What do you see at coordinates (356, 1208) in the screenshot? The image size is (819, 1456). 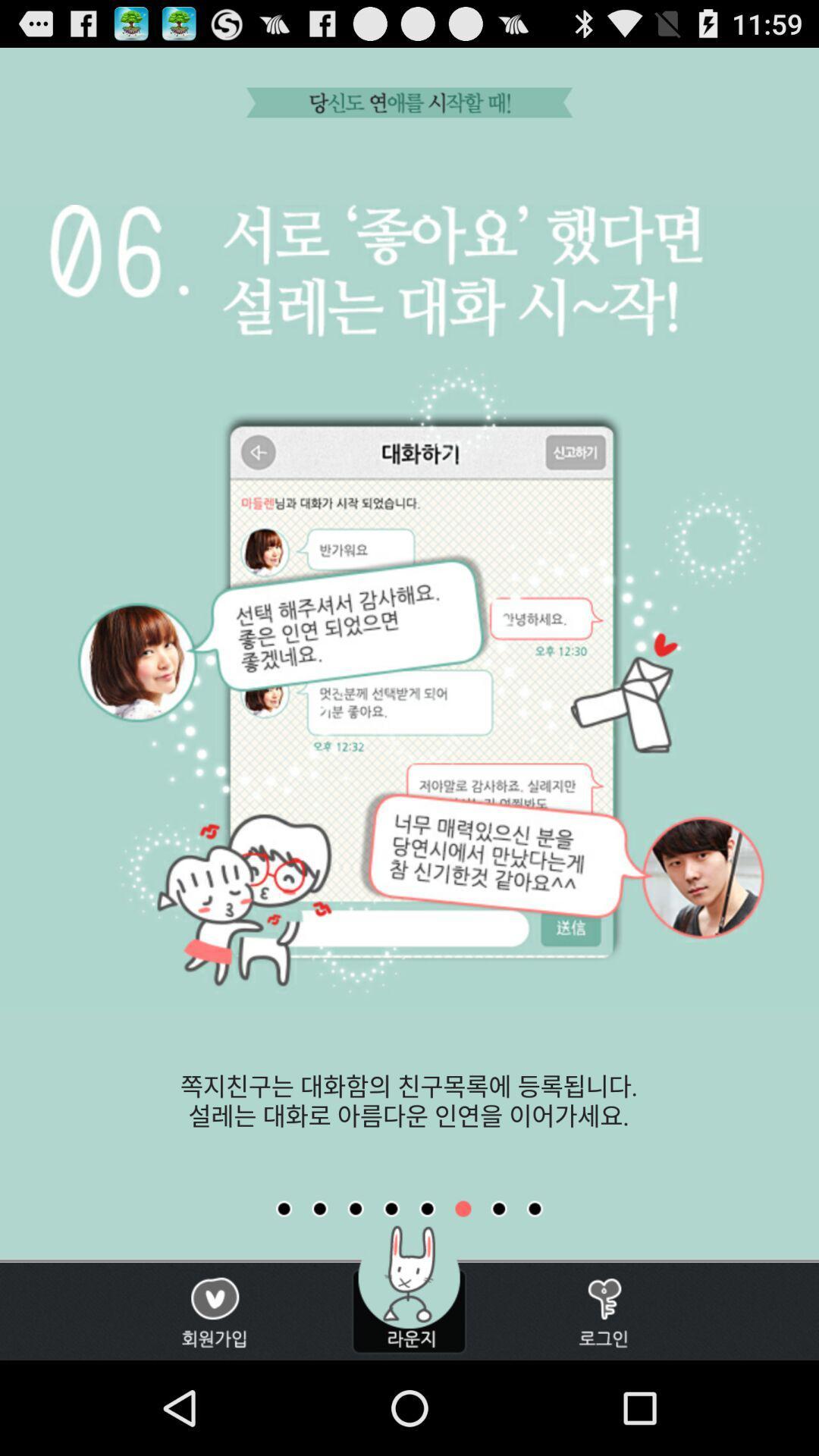 I see `page` at bounding box center [356, 1208].